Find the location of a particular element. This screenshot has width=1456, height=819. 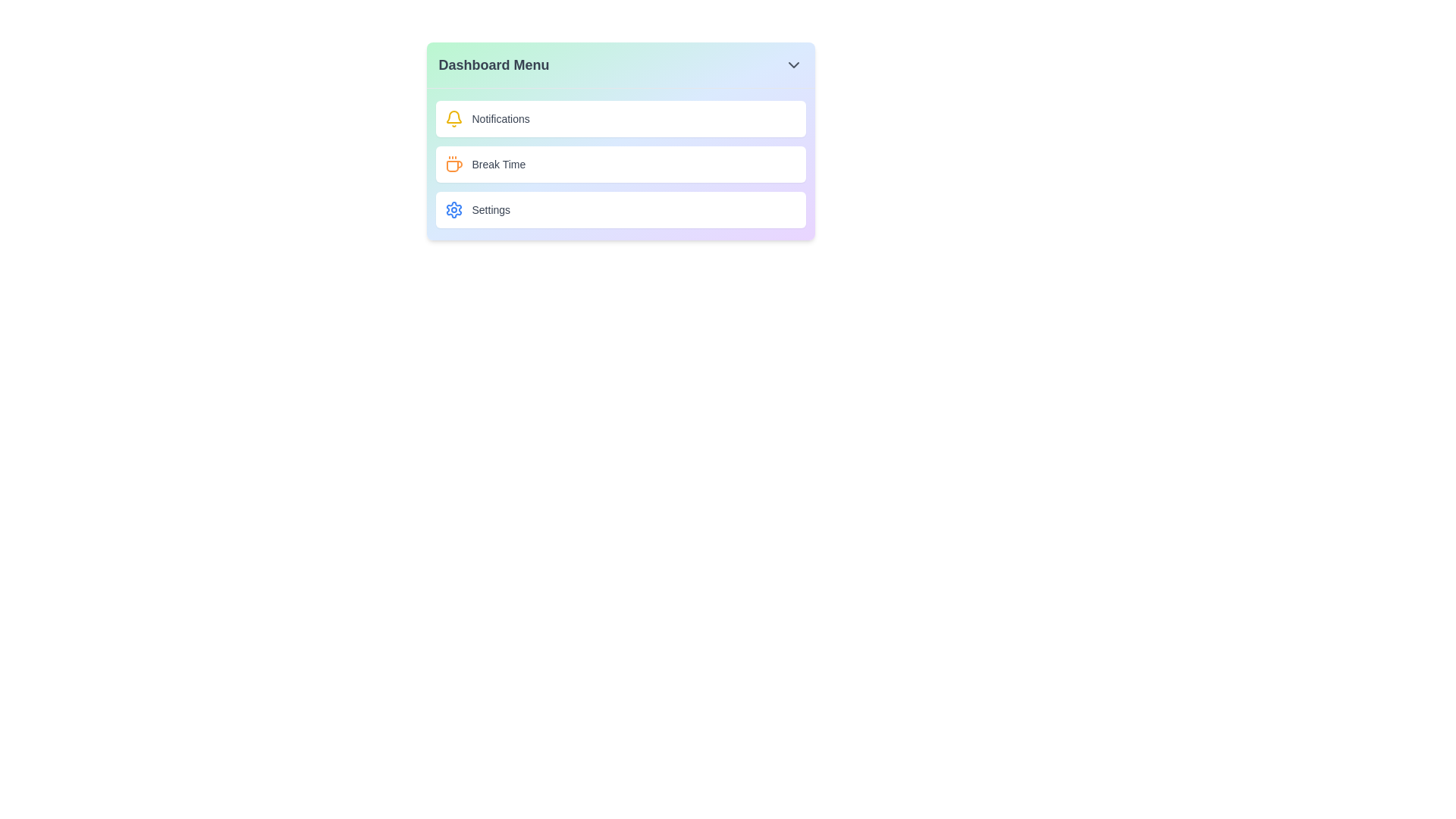

the 'Settings' text label in the Dashboard Menu, which is the third menu item and styled in gray with a modern sans-serif font is located at coordinates (491, 210).